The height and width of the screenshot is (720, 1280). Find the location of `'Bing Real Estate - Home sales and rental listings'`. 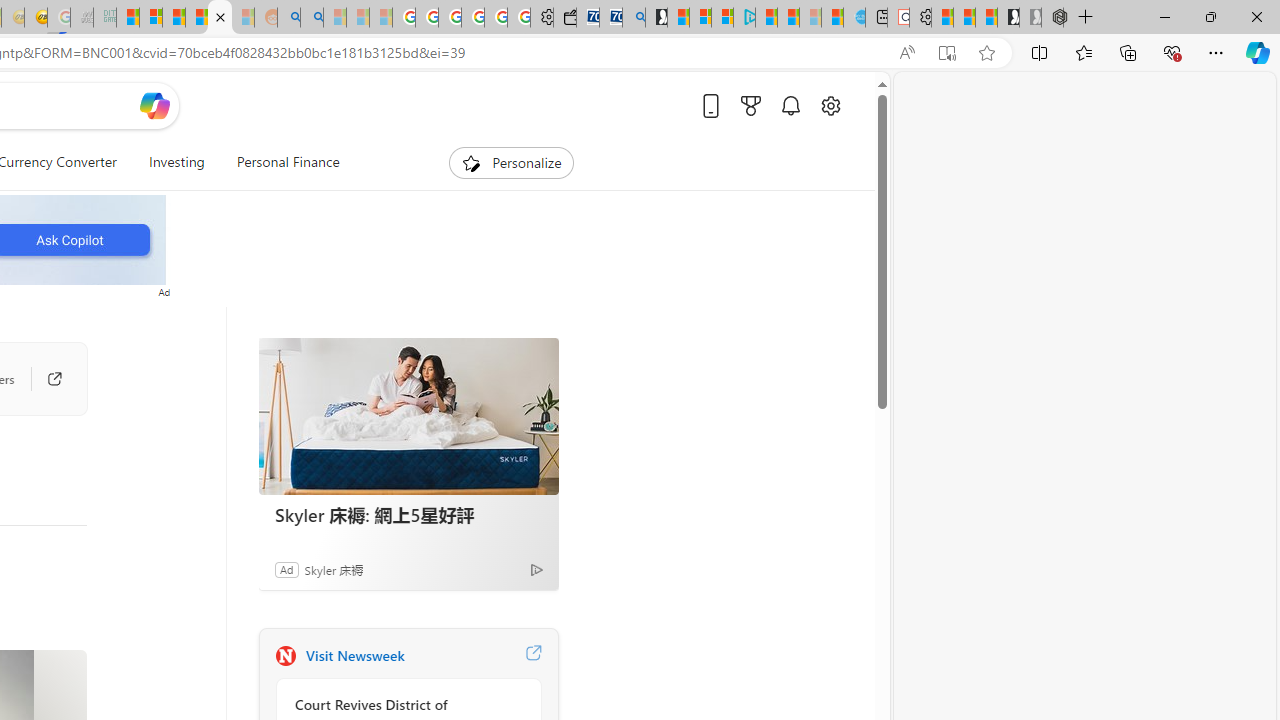

'Bing Real Estate - Home sales and rental listings' is located at coordinates (633, 17).